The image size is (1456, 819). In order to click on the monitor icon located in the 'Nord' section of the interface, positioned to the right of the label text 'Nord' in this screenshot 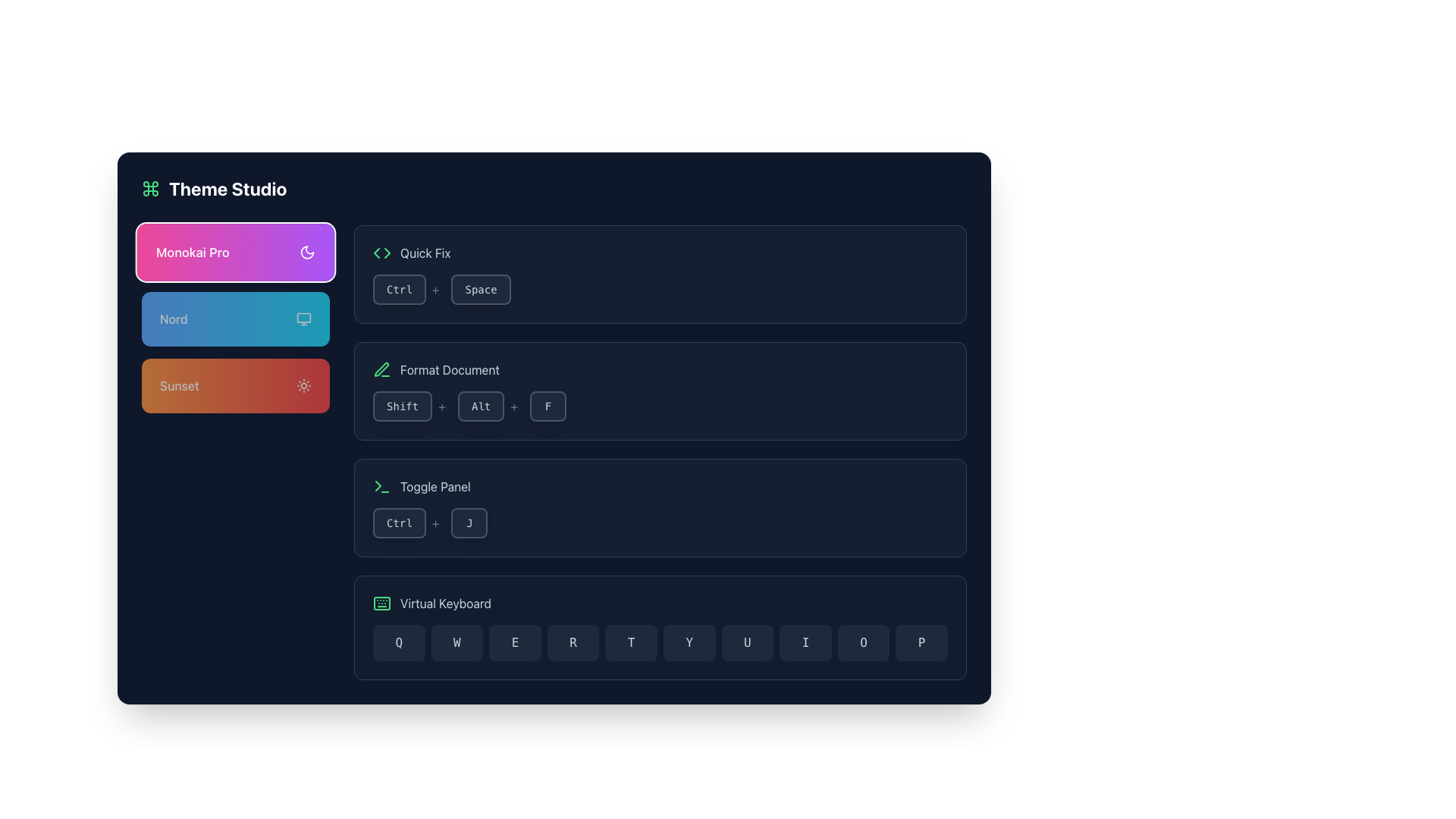, I will do `click(303, 318)`.